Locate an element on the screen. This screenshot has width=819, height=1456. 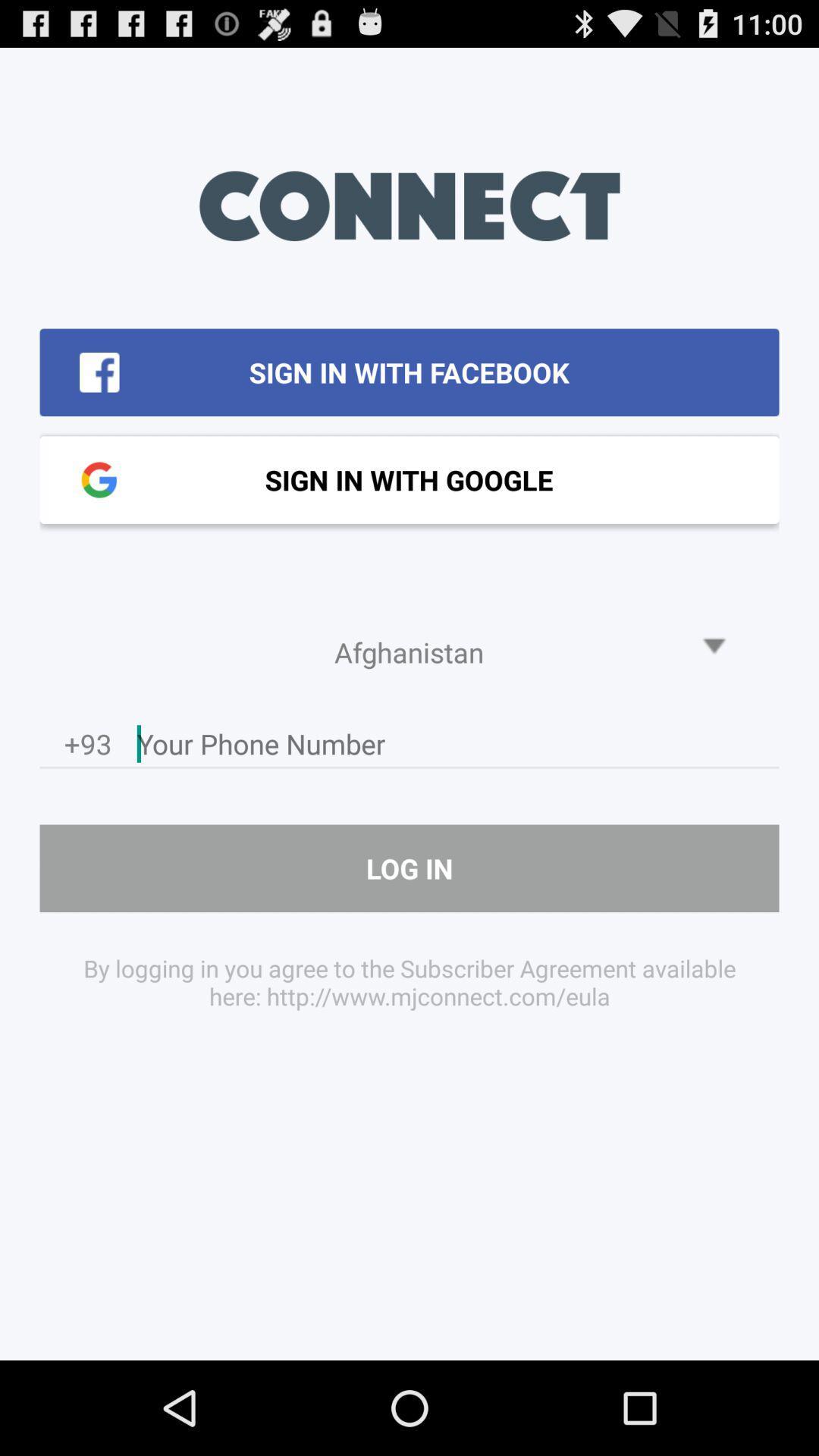
the +93 item is located at coordinates (88, 748).